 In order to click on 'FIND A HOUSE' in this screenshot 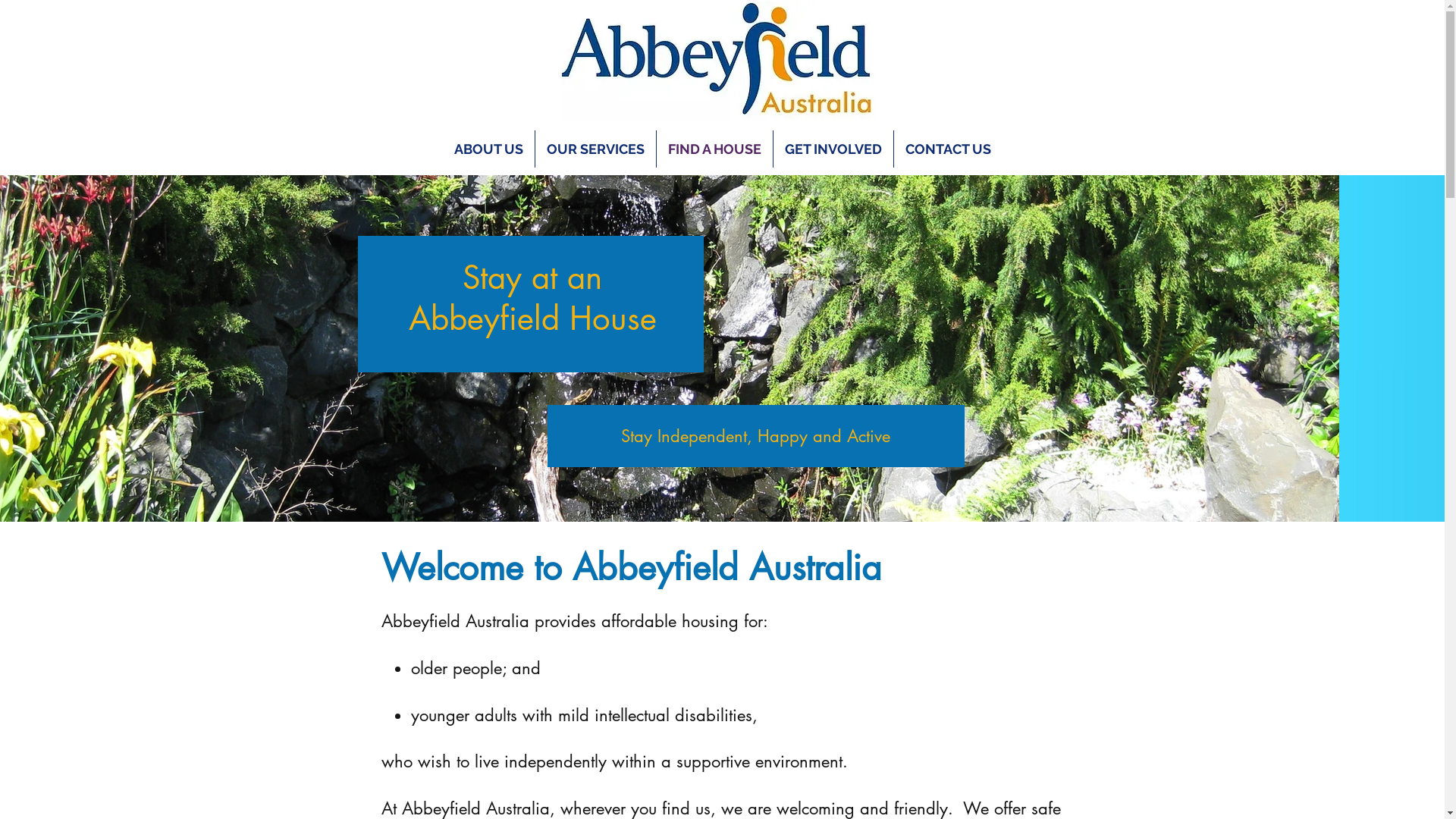, I will do `click(714, 149)`.